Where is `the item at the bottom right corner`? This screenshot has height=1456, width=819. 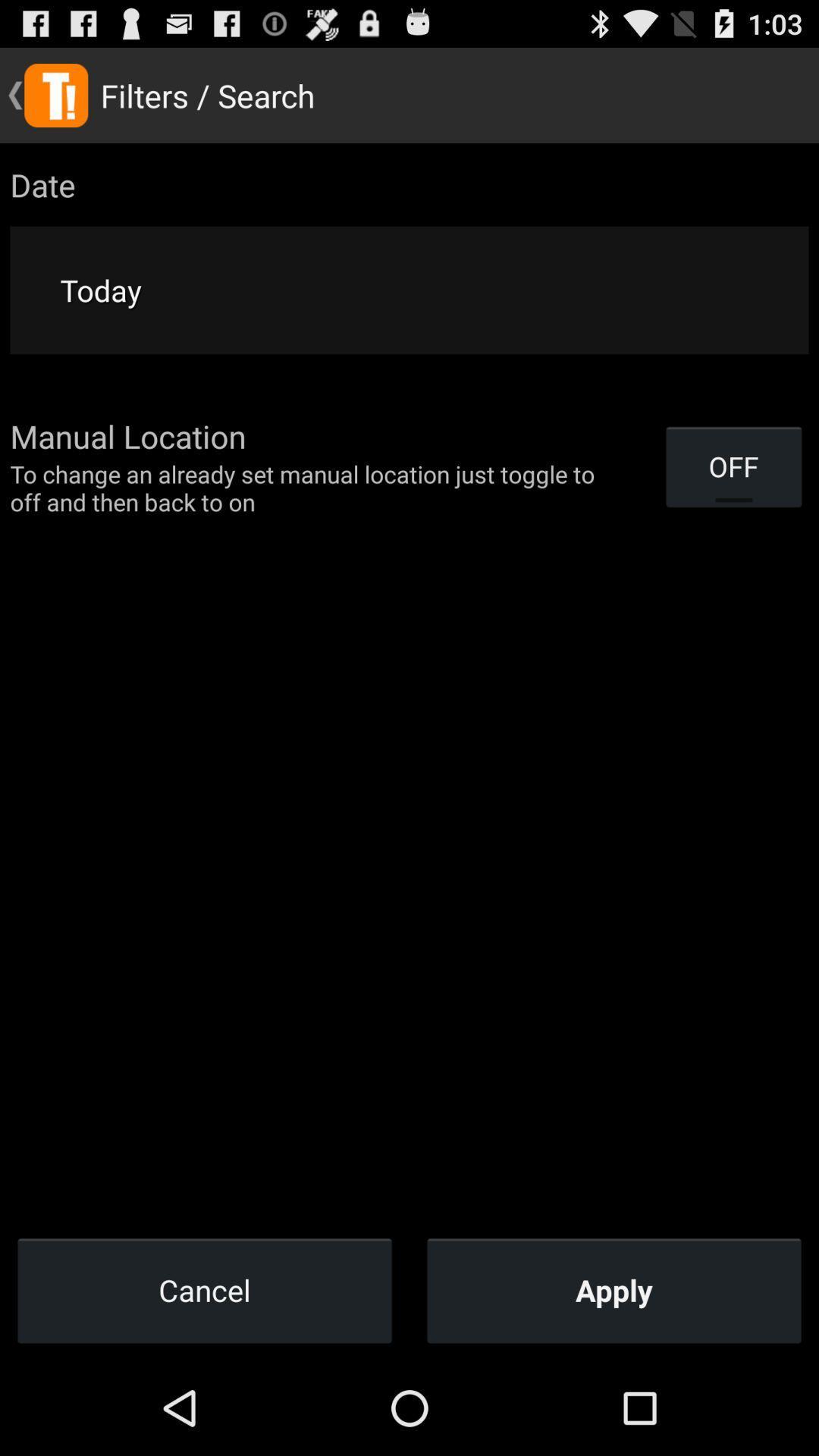
the item at the bottom right corner is located at coordinates (614, 1289).